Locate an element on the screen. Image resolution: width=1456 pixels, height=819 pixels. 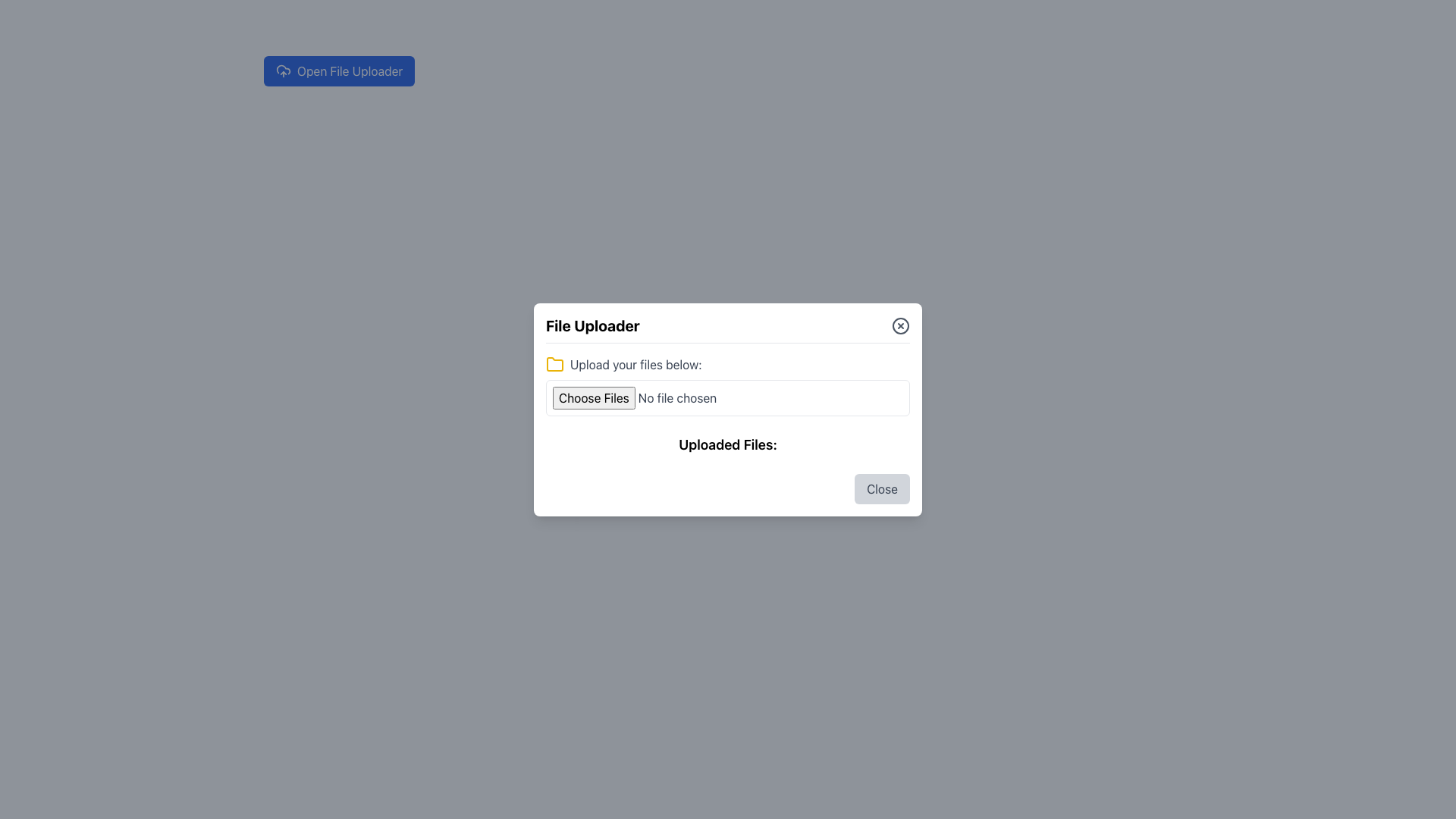
a file onto the rectangular file upload input field located below the text 'Upload your files below:' is located at coordinates (728, 397).